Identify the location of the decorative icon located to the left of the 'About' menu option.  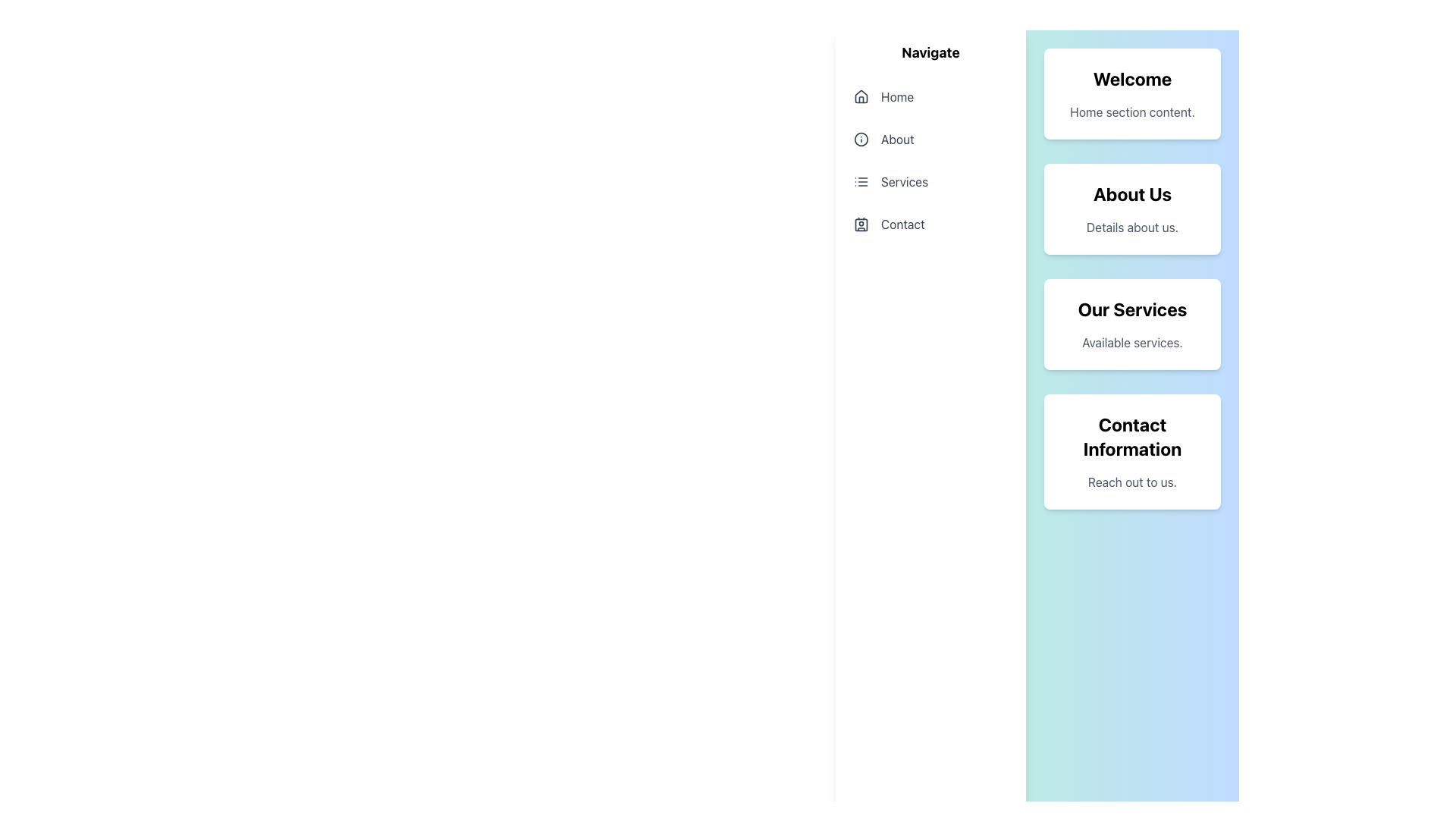
(861, 140).